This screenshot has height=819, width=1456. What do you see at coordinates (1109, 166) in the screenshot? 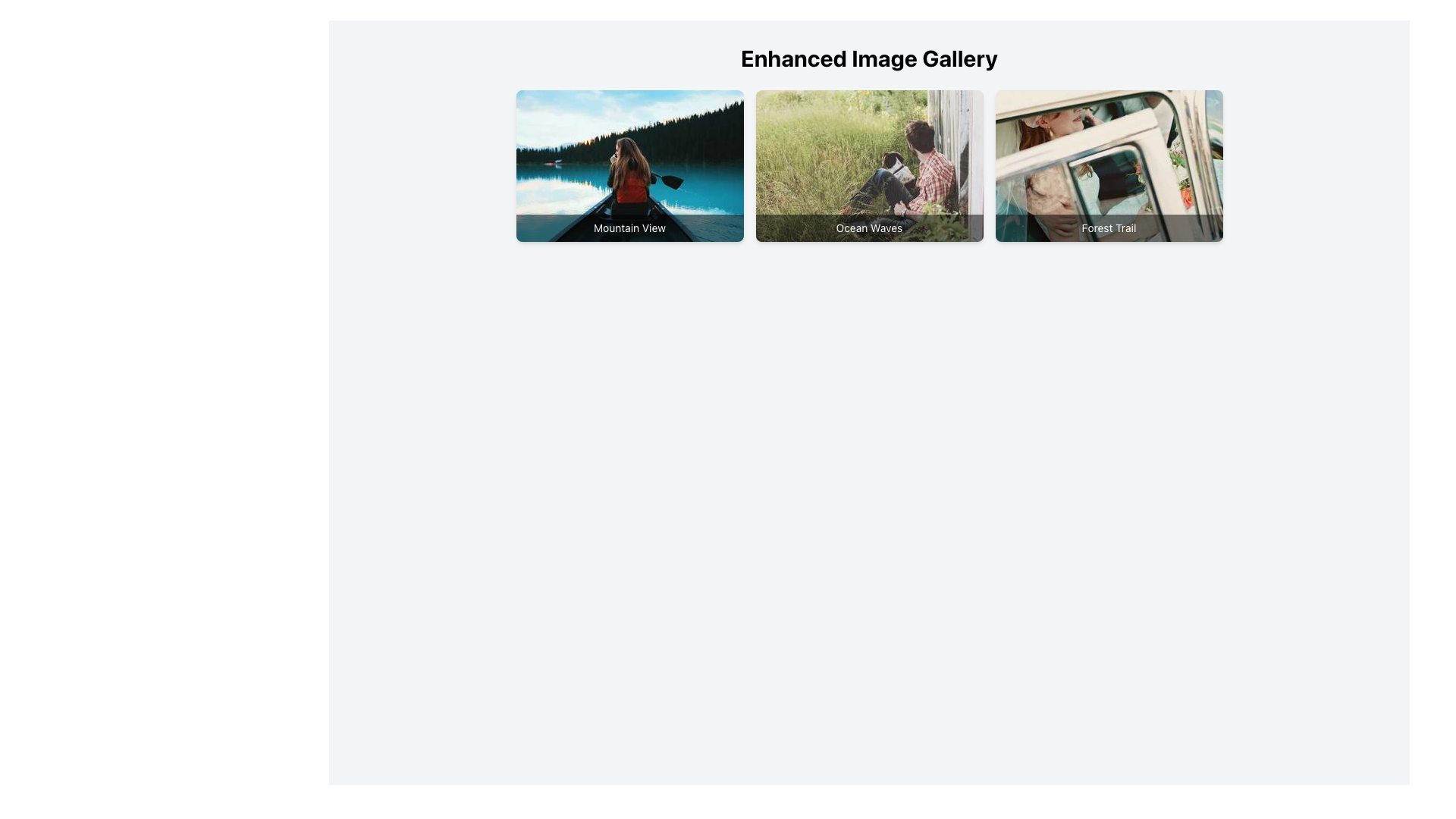
I see `the Image card with overlay text representing 'Forest Trail' located in the rightmost column of the grid layout` at bounding box center [1109, 166].